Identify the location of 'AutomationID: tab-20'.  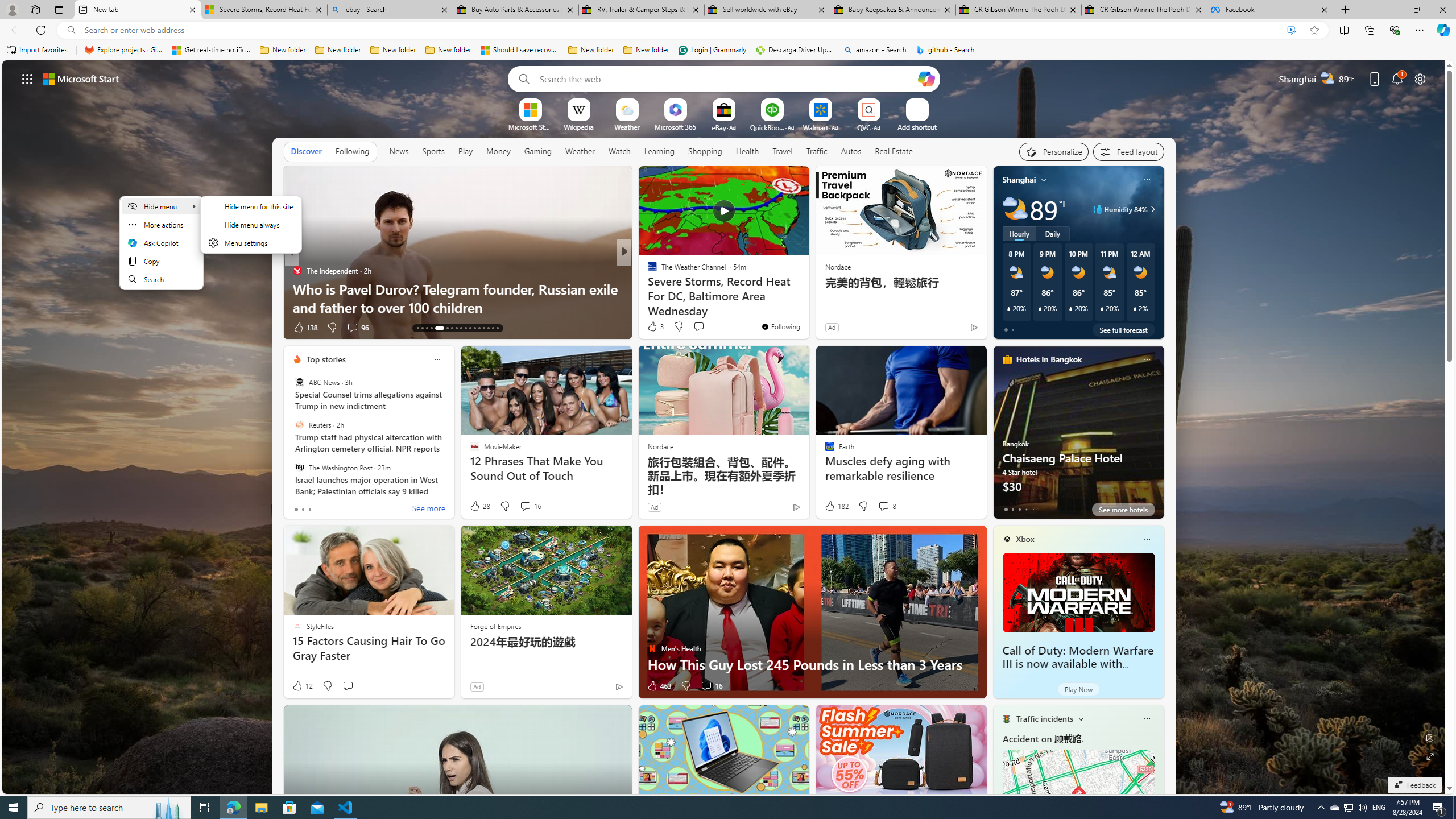
(456, 328).